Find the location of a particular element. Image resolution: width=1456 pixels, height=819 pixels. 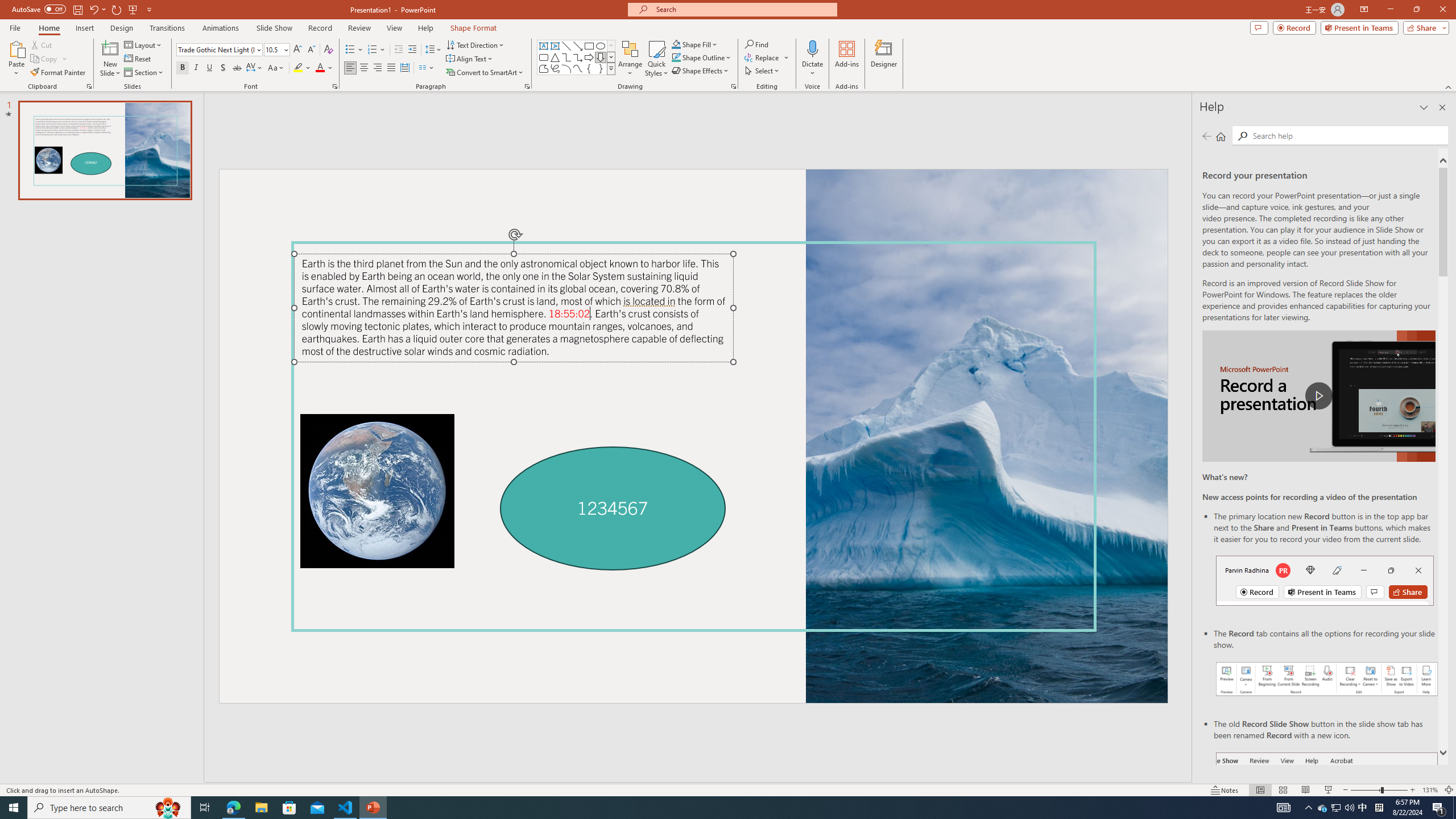

'Zoom 131%' is located at coordinates (1430, 790).